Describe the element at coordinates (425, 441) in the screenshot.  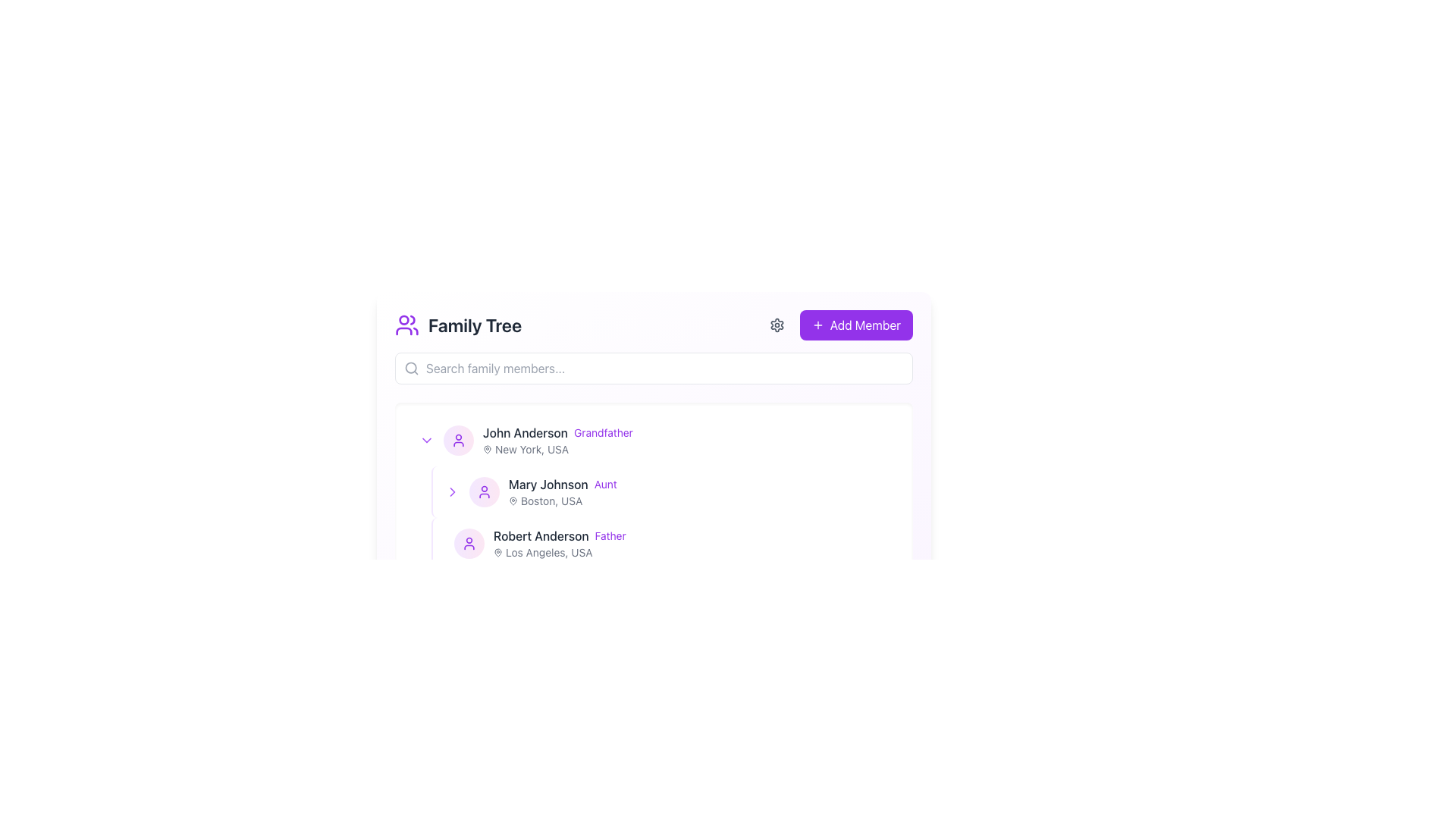
I see `the SVG icon located next to the name 'John Anderson' in the family tree list` at that location.